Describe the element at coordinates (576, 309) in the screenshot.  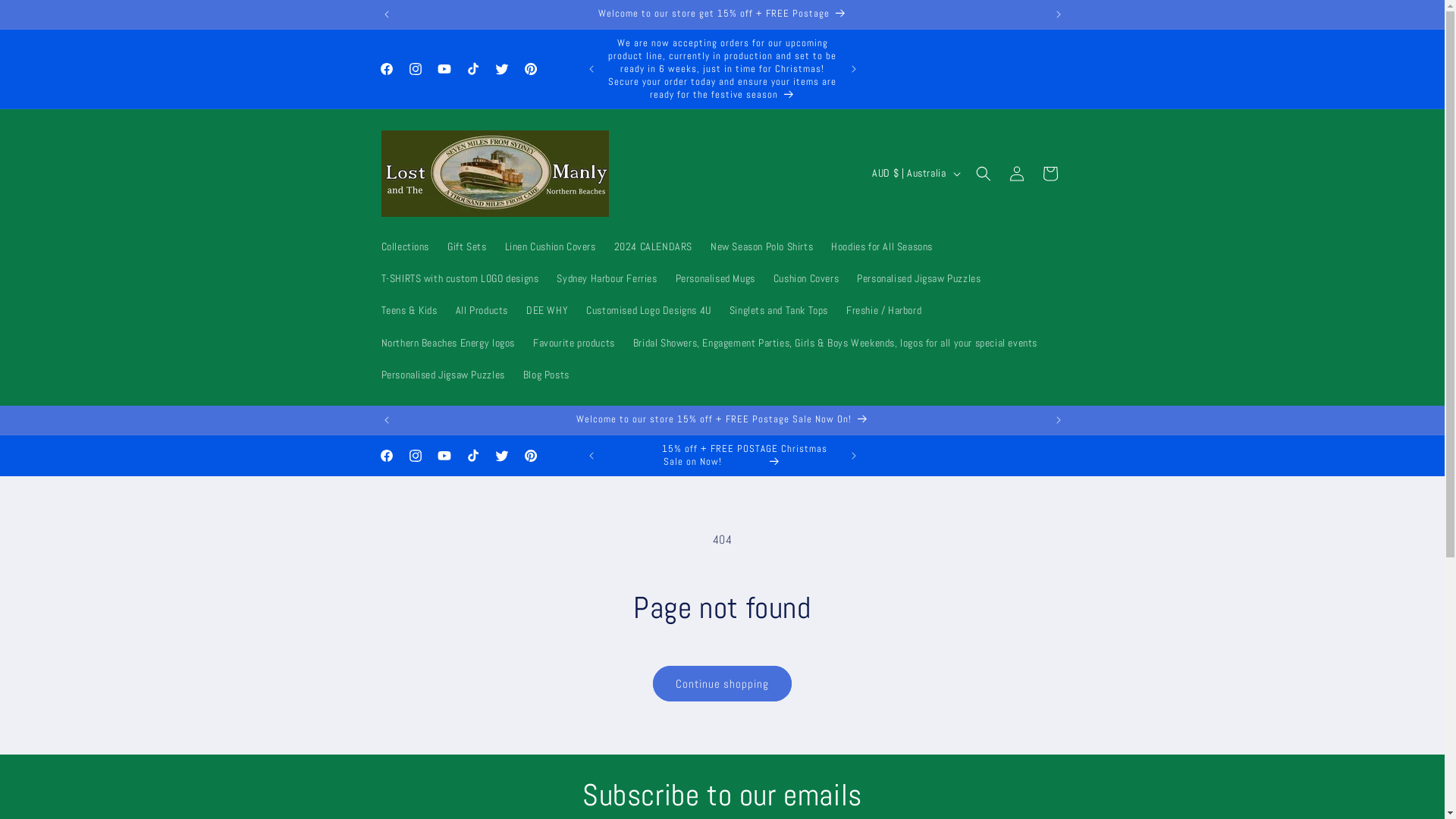
I see `'Customised Logo Designs 4U'` at that location.